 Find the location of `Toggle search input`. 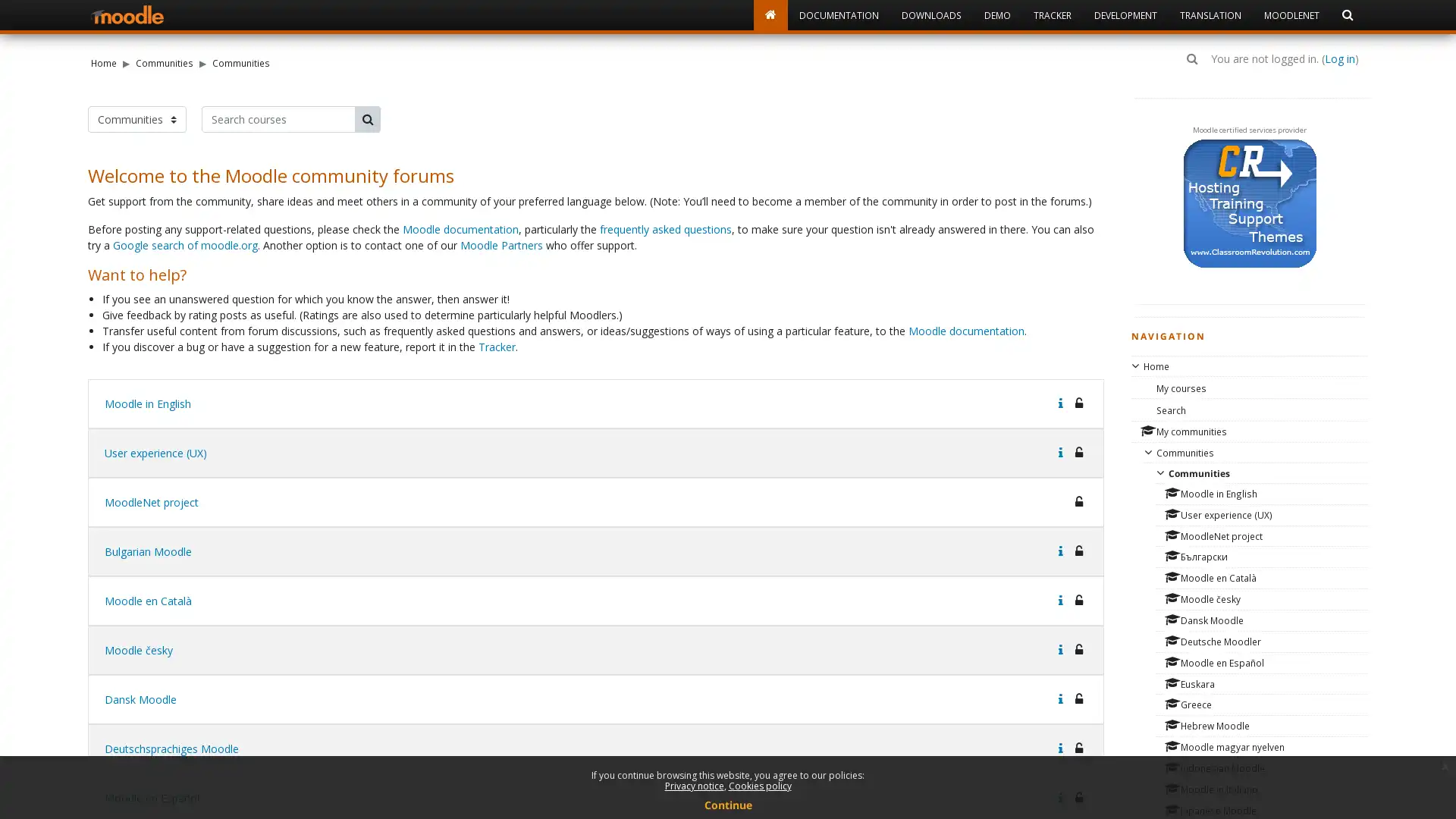

Toggle search input is located at coordinates (1191, 58).